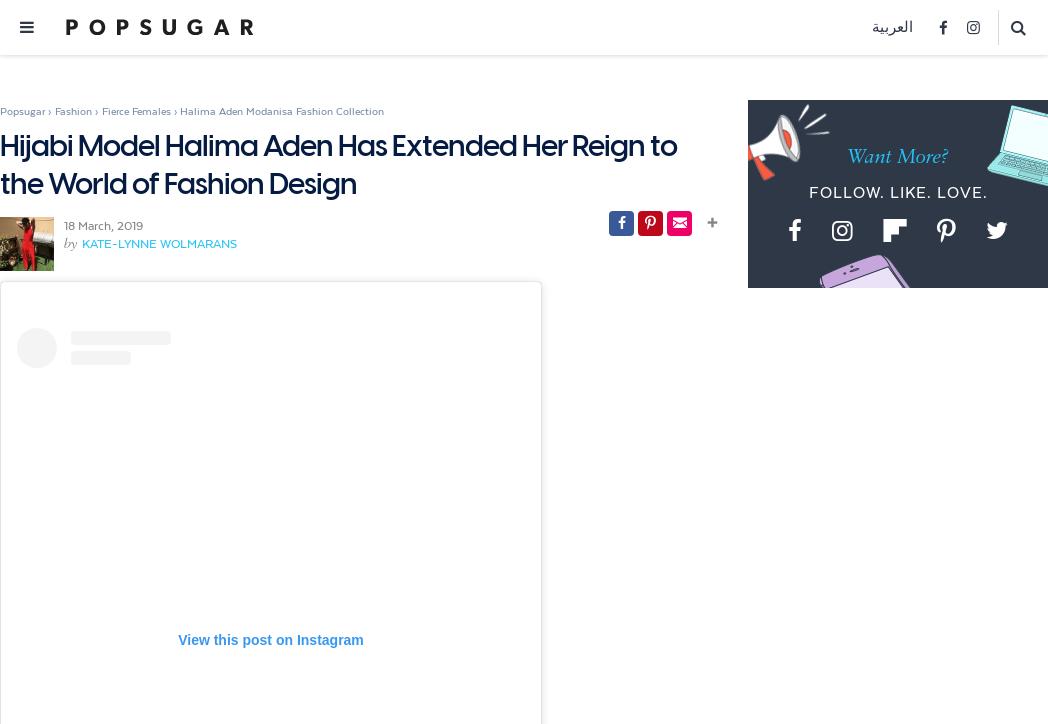  I want to click on 'View this post on Instagram', so click(269, 639).